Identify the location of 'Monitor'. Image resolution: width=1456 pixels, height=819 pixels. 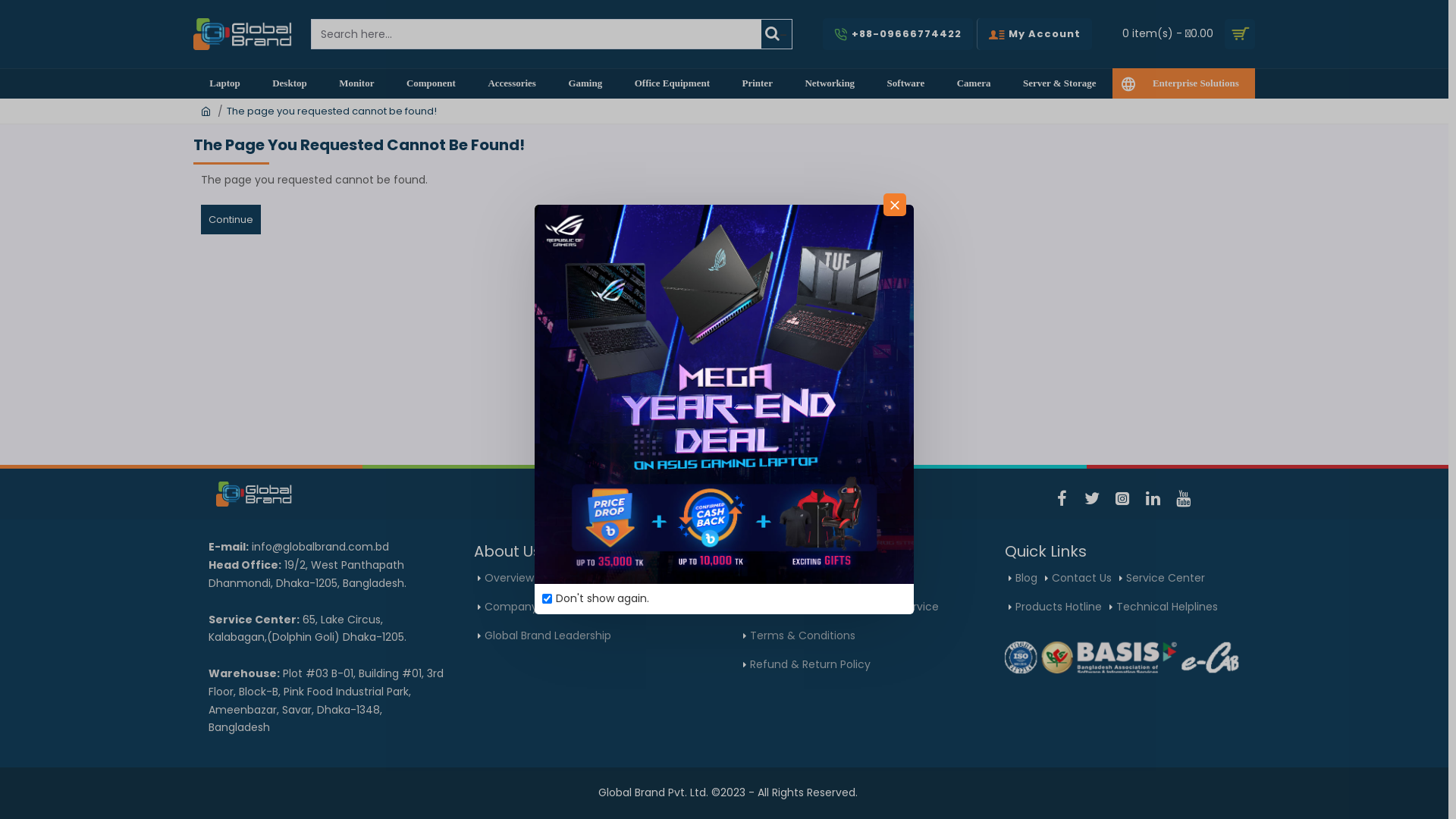
(322, 83).